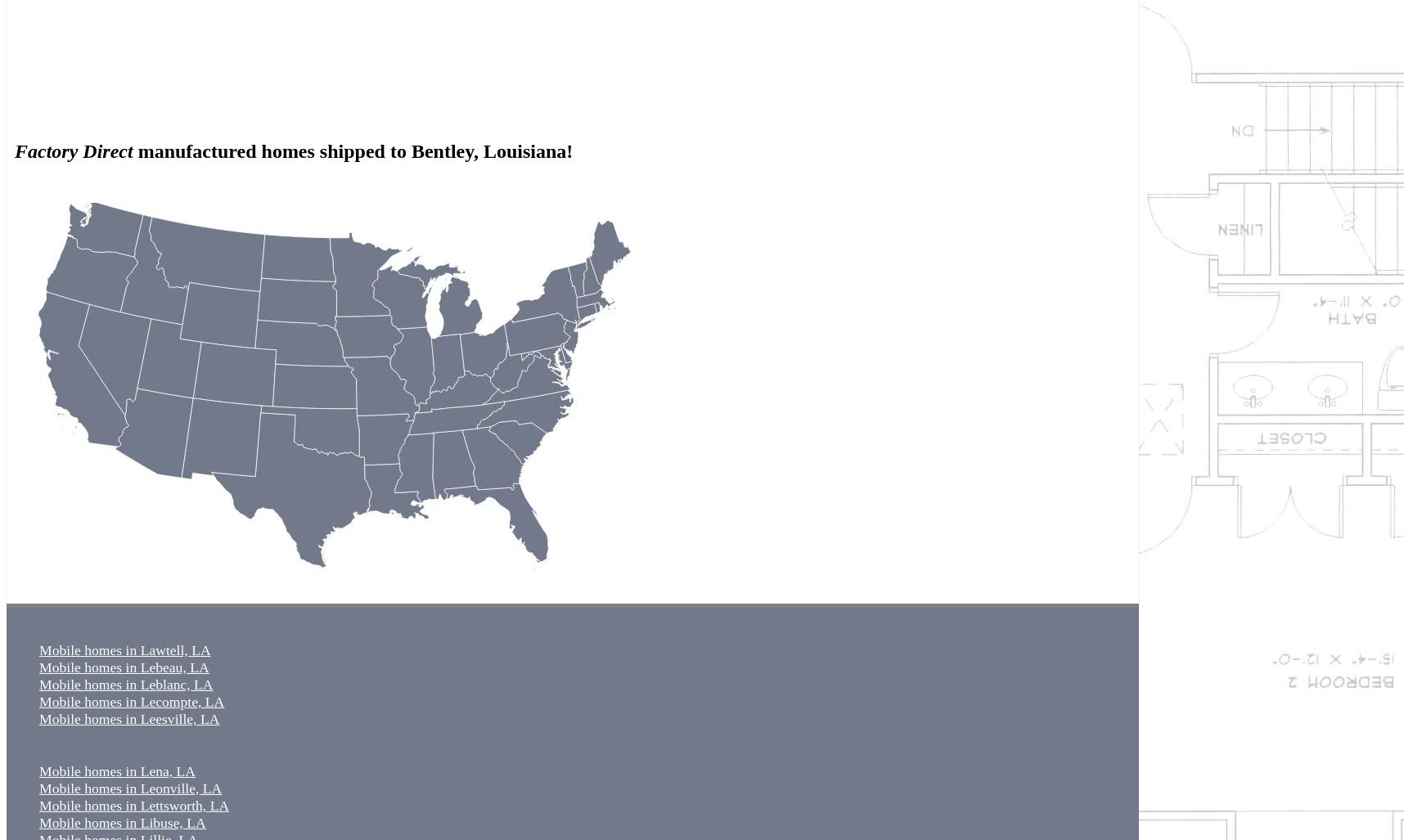  I want to click on 'Factory Direct', so click(14, 150).